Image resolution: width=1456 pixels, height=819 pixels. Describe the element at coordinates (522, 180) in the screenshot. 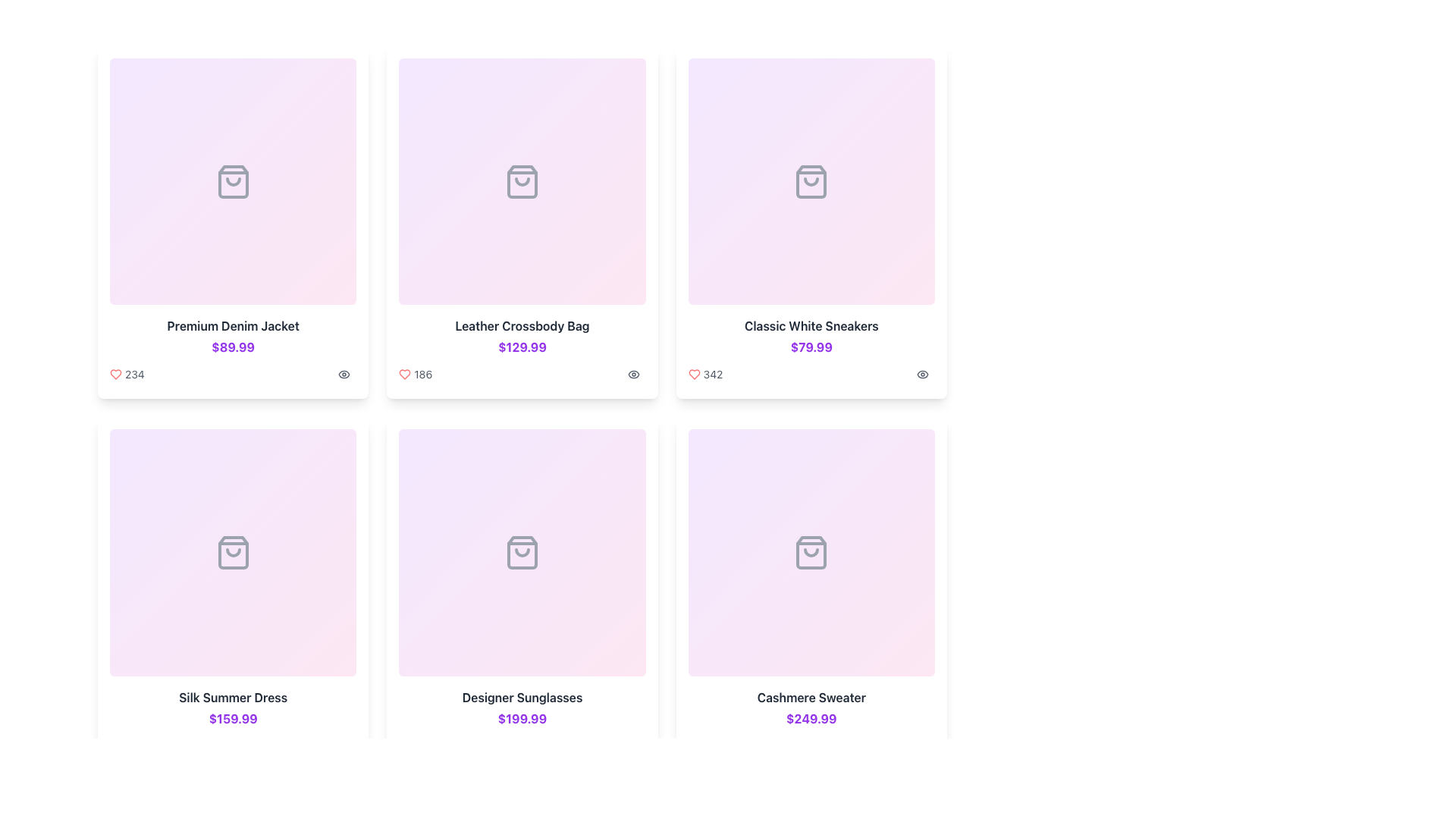

I see `the decorative icon resembling a shopping bag in the upper section of the card for the 'Leather Crossbody Bag' priced at '$129.99'` at that location.